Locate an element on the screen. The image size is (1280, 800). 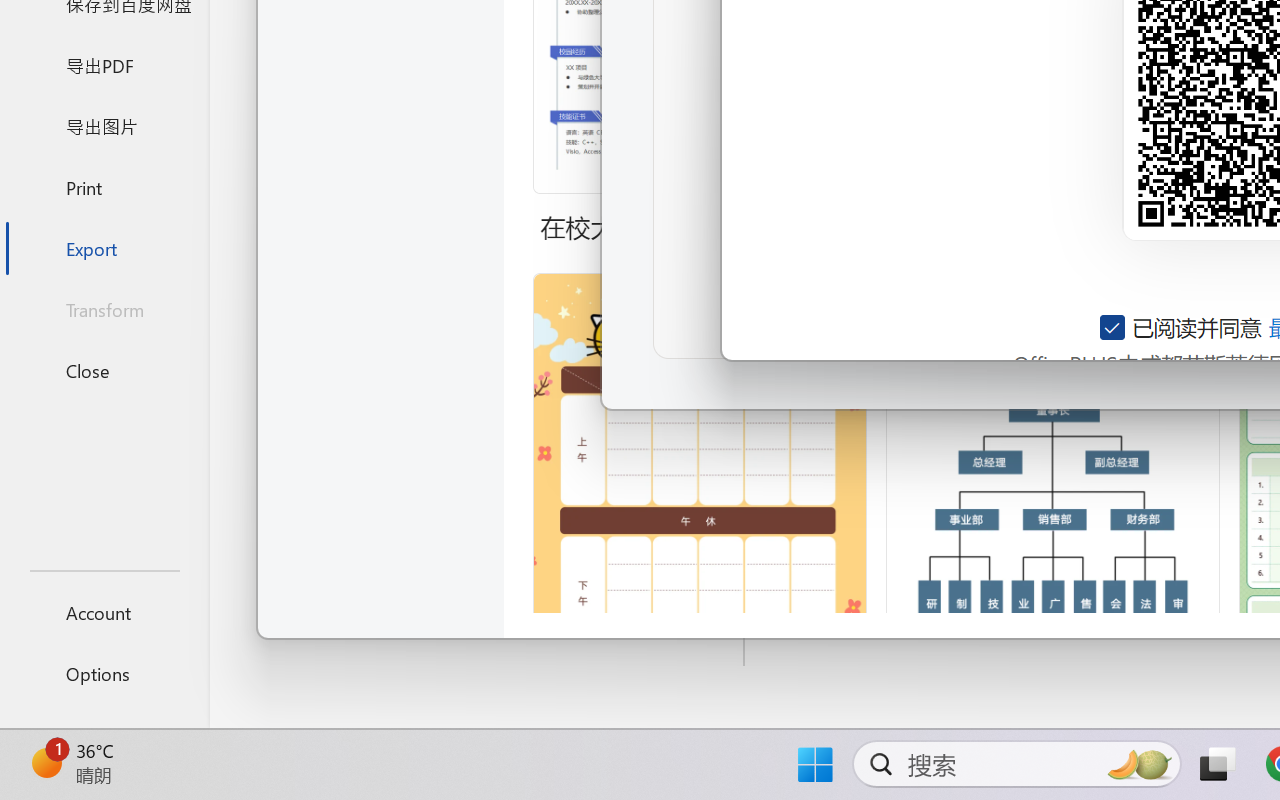
'AutomationID: checkbox-14' is located at coordinates (1113, 326).